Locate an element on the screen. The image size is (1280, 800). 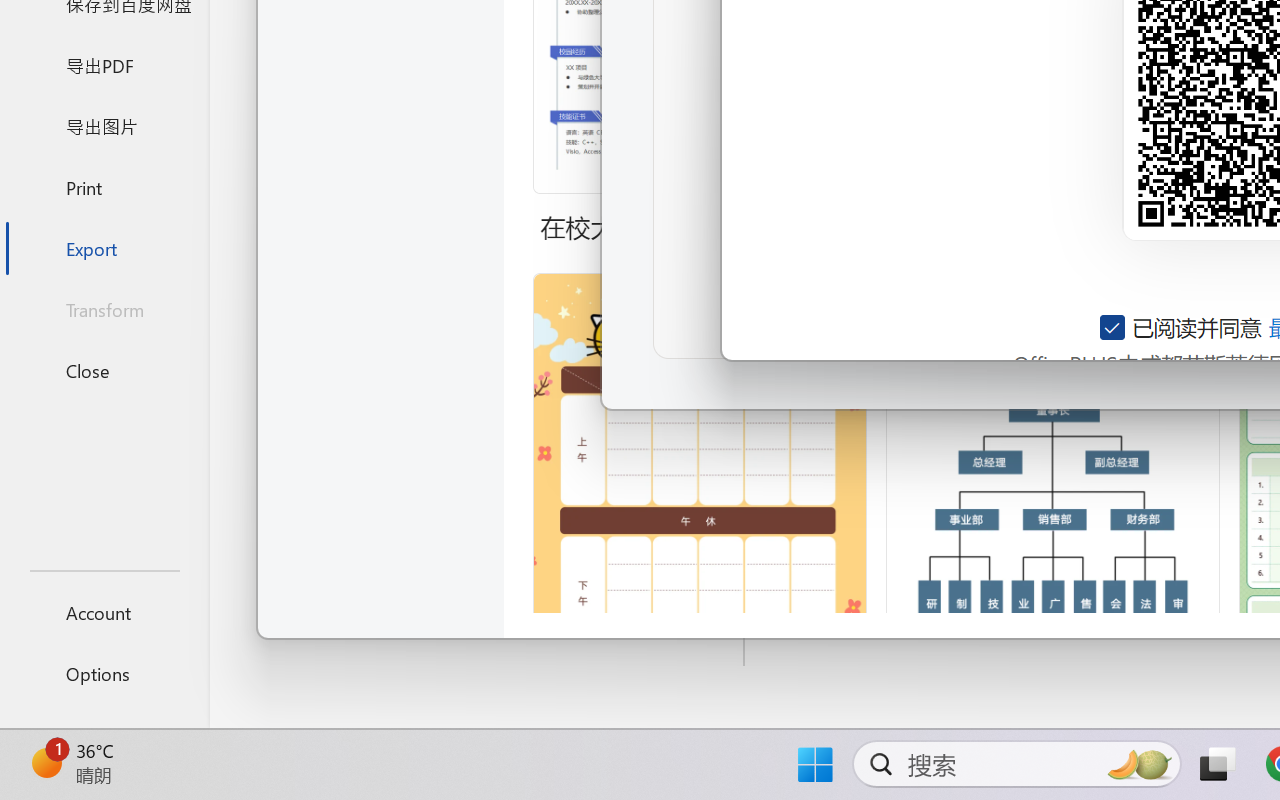
'AutomationID: checkbox-14' is located at coordinates (1113, 326).